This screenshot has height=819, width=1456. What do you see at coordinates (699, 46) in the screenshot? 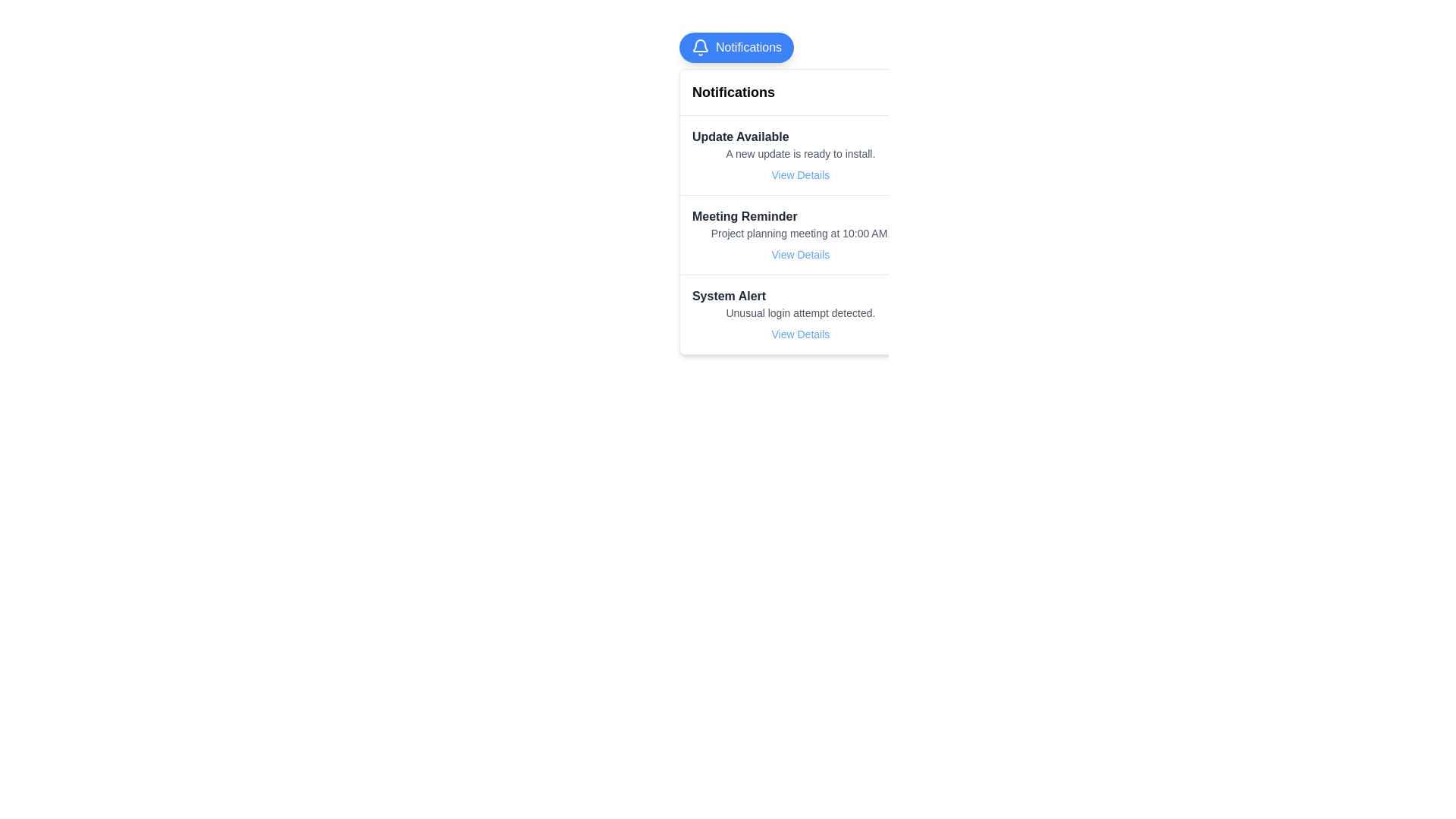
I see `the notifications icon, which is a white bell outlined in blue, located within the rounded button labeled 'Notifications' in the upper-left section of the interface` at bounding box center [699, 46].